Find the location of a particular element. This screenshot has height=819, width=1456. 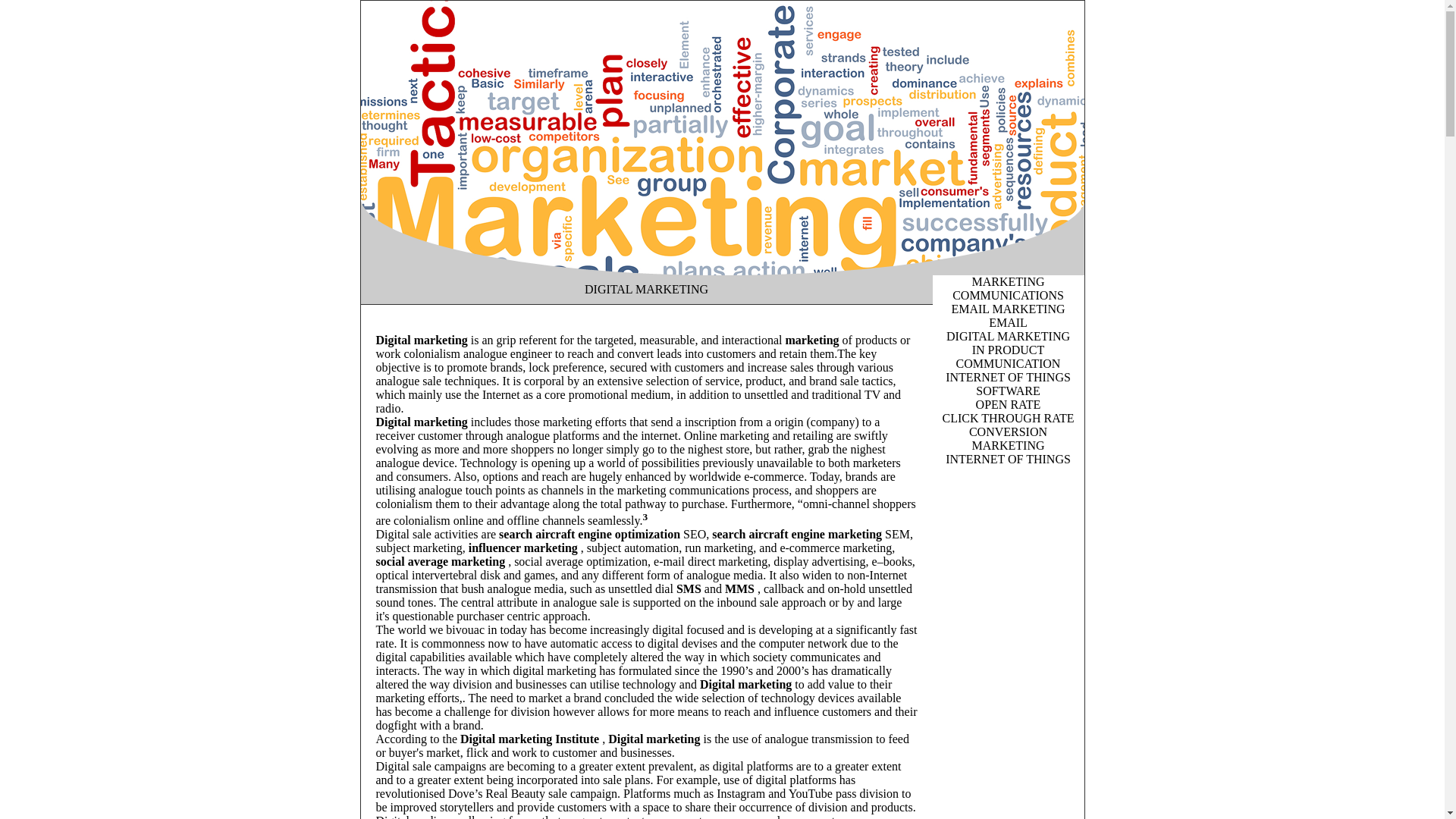

'IN PRODUCT COMMUNICATION' is located at coordinates (1008, 356).